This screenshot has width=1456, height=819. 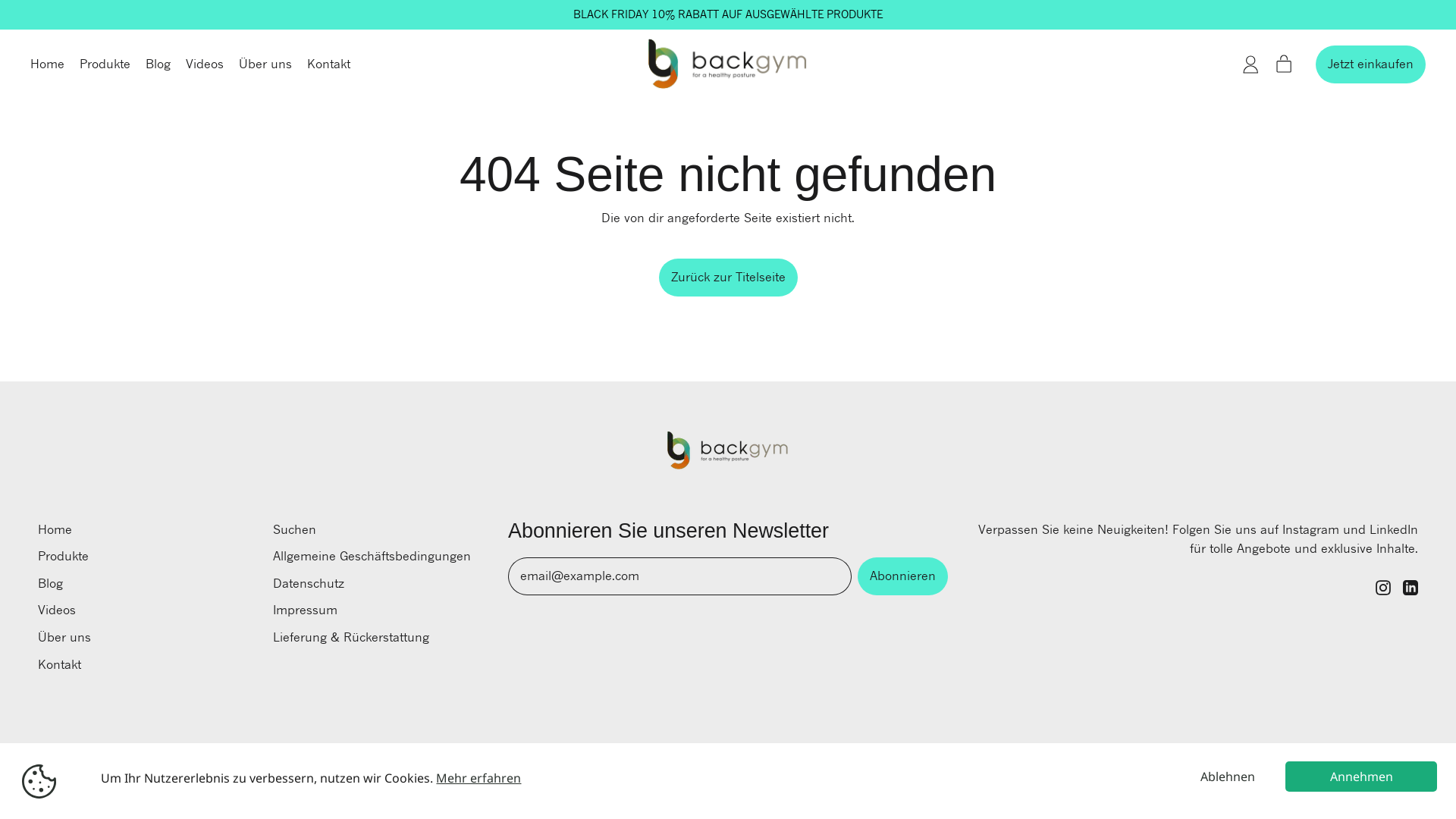 I want to click on 'Videos', so click(x=57, y=608).